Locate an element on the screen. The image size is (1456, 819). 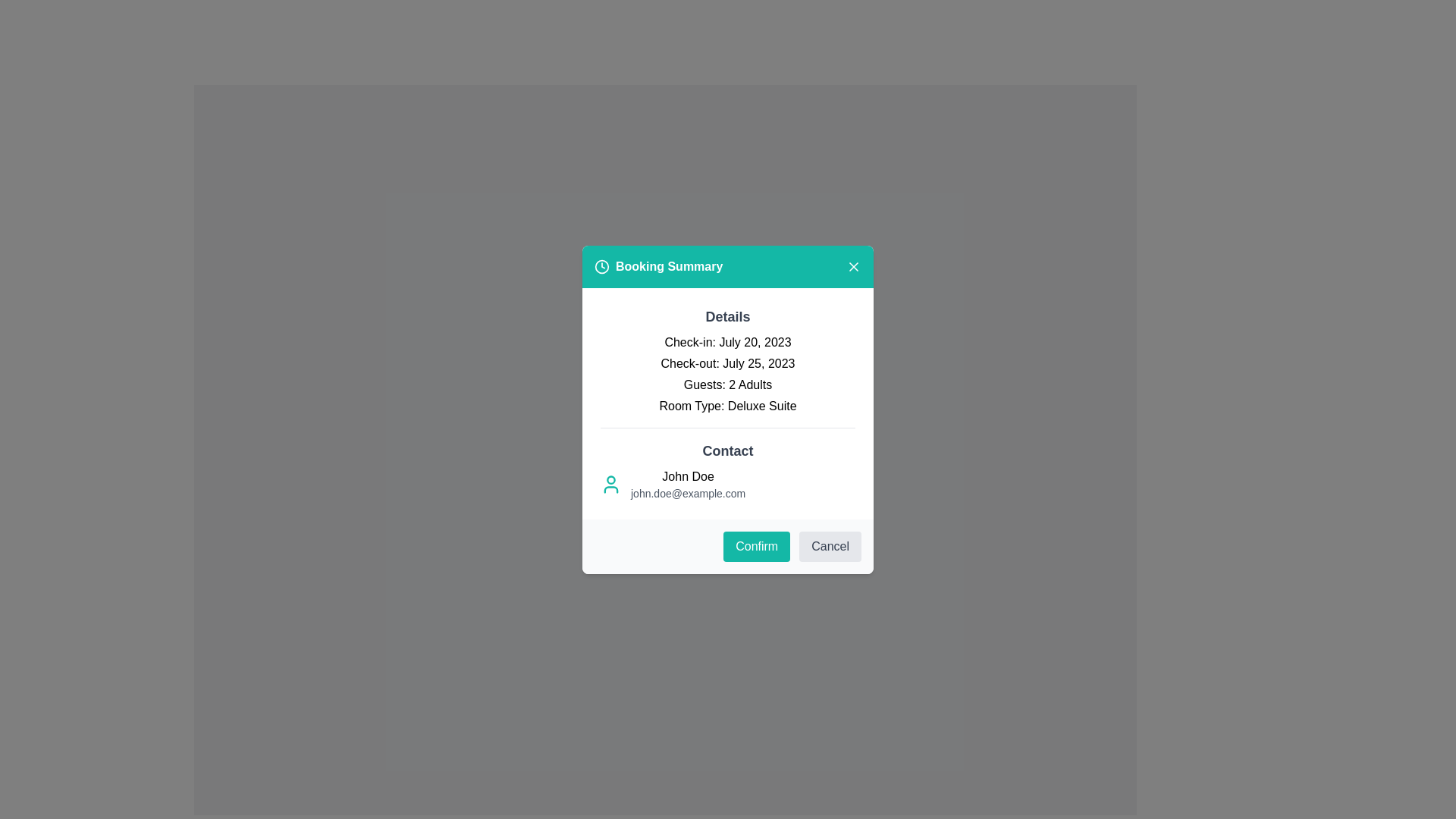
text label displaying 'Guests: 2 Adults', which is the third text item in the 'Details' section of the booking card interface is located at coordinates (728, 384).